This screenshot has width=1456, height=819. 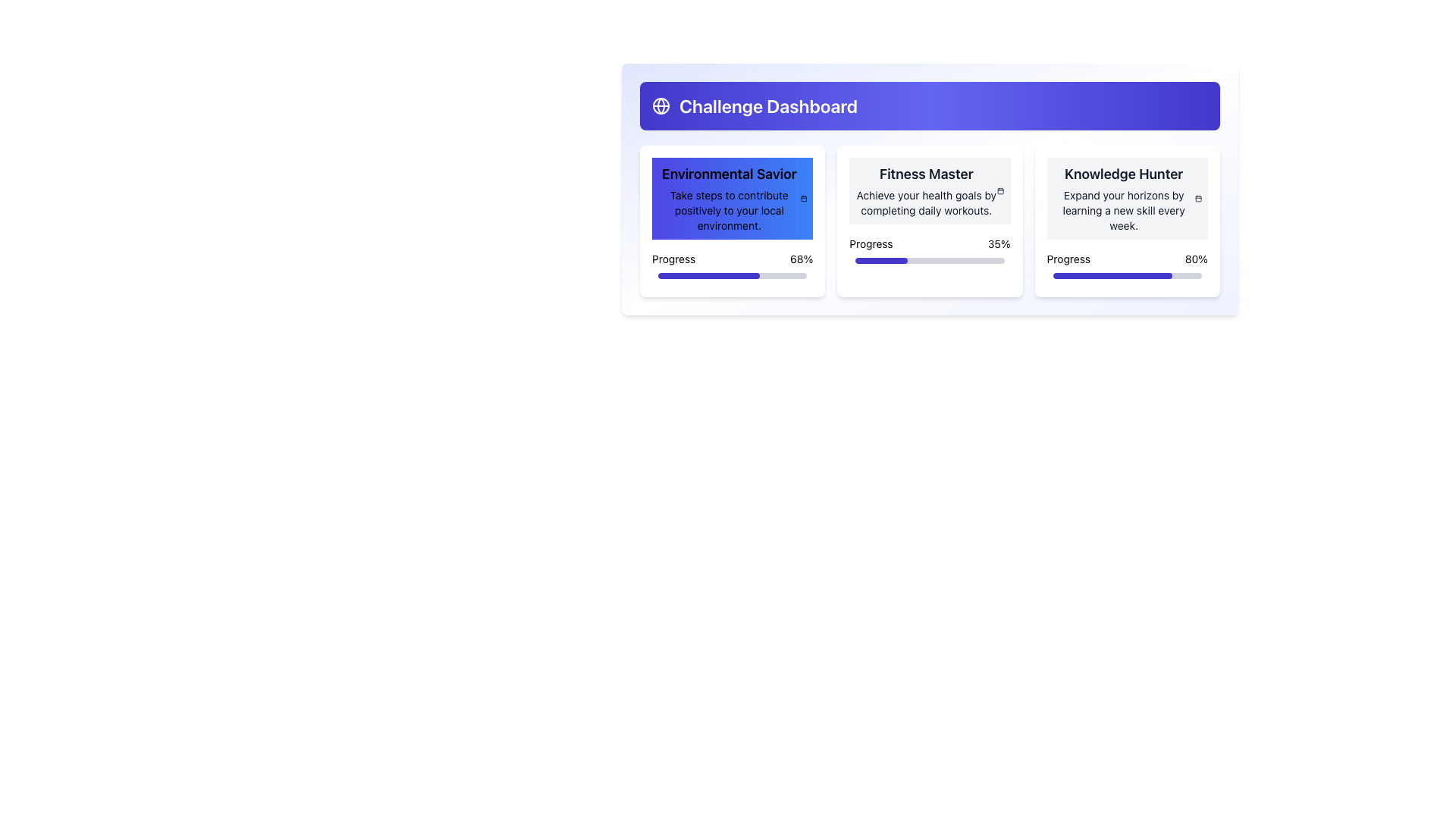 What do you see at coordinates (729, 174) in the screenshot?
I see `the text label displaying 'Environmental Savior', which is a bold and large title styled over a blue background in the top-left quadrant of its card` at bounding box center [729, 174].